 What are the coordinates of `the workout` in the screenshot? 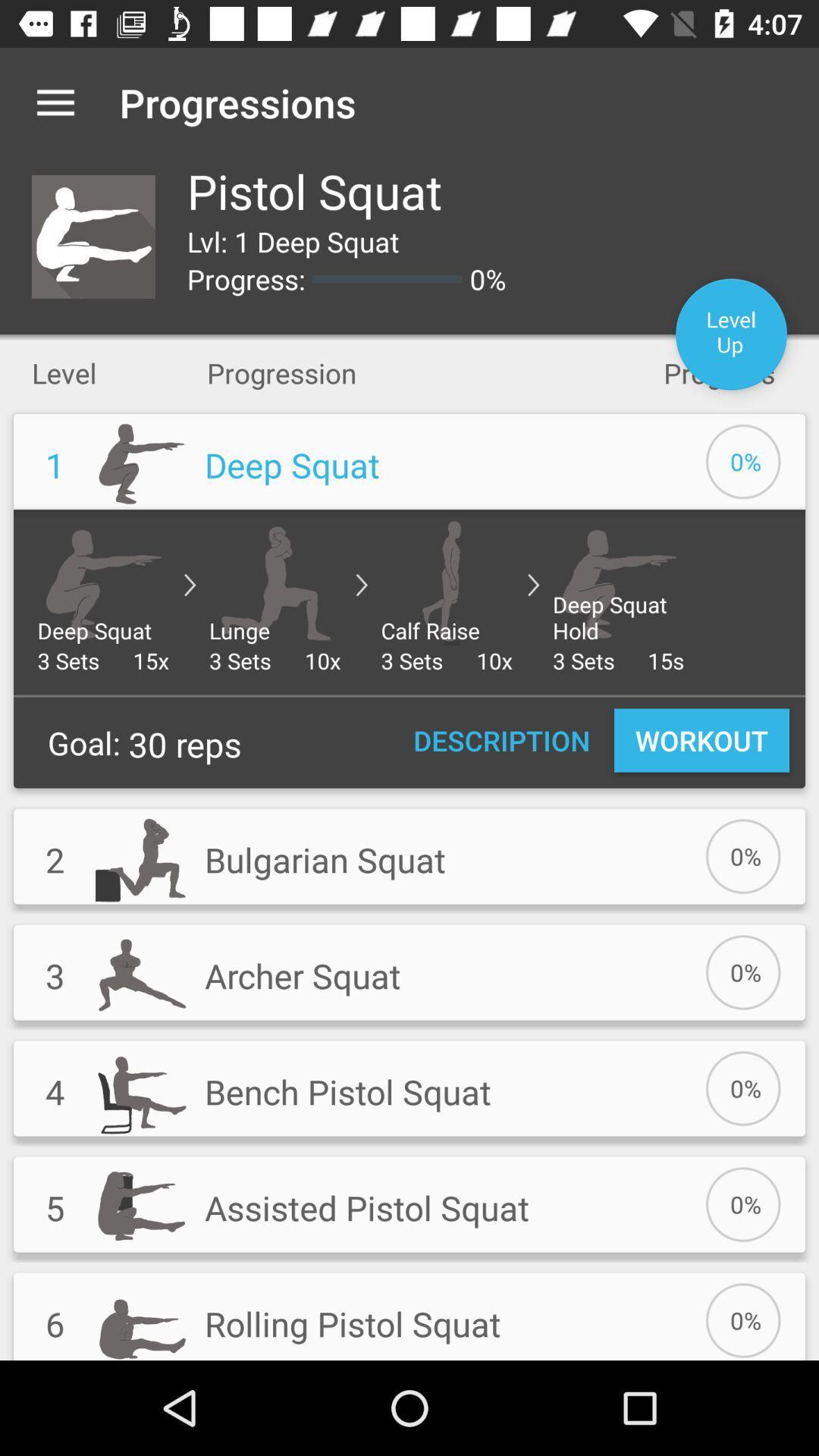 It's located at (701, 740).